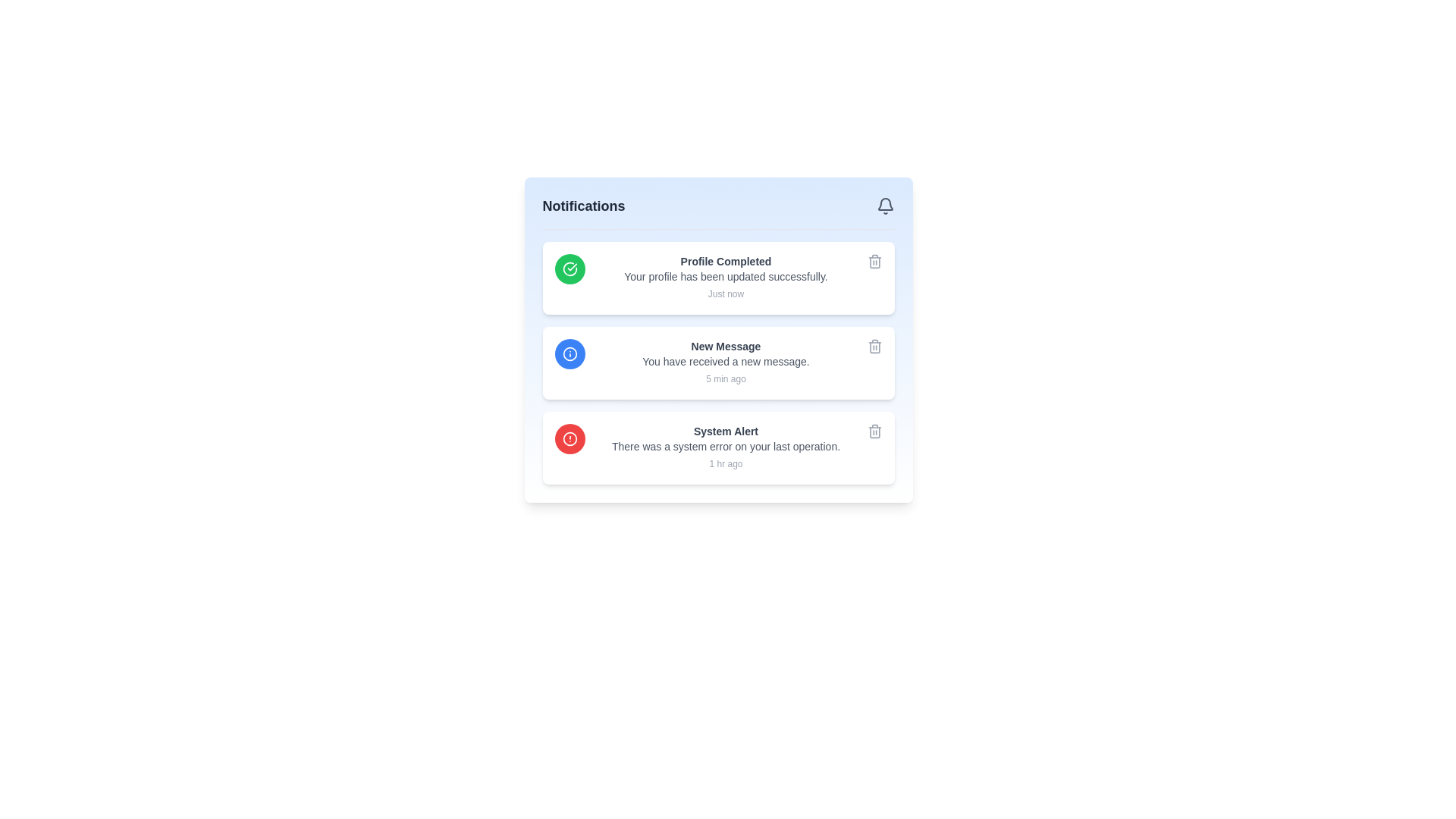 The image size is (1456, 819). What do you see at coordinates (569, 353) in the screenshot?
I see `the vector graphic element representing the informational aspect of the middle notification item, aligned with the text 'New Message'` at bounding box center [569, 353].